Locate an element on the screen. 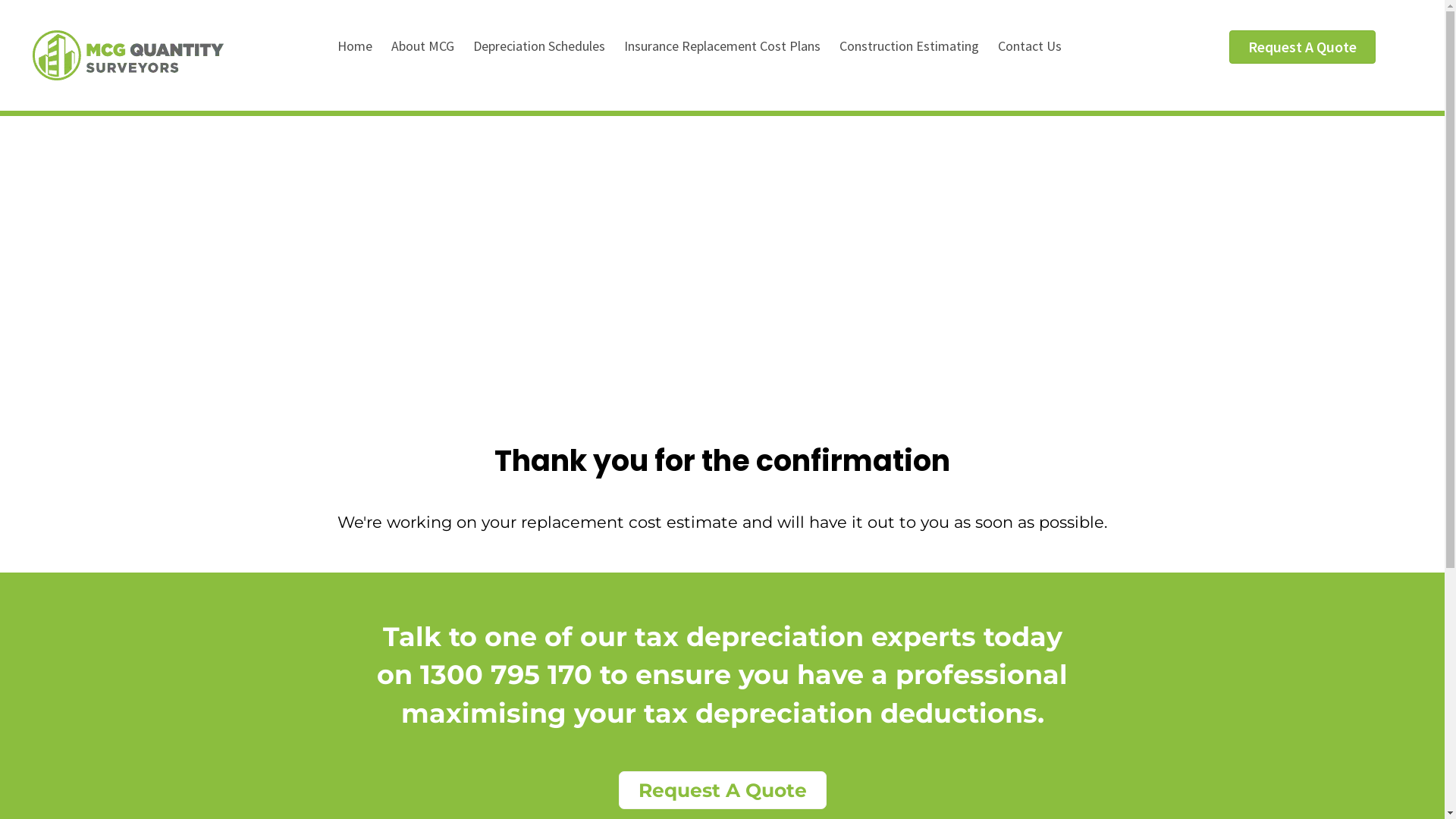 The width and height of the screenshot is (1456, 819). 'Construction Estimating' is located at coordinates (917, 44).